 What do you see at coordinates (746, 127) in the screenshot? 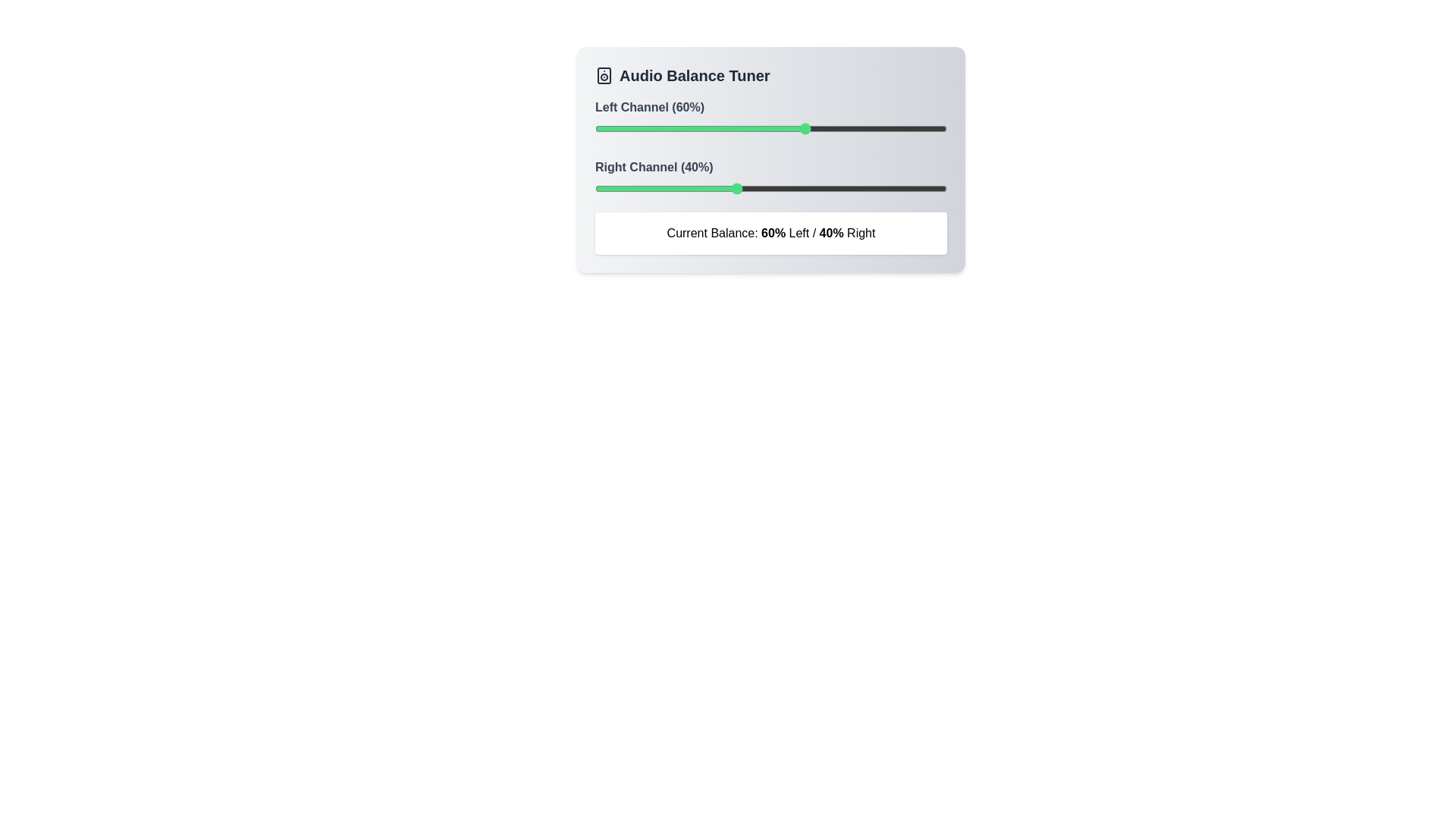
I see `the balance of the 0 channel to 43%` at bounding box center [746, 127].